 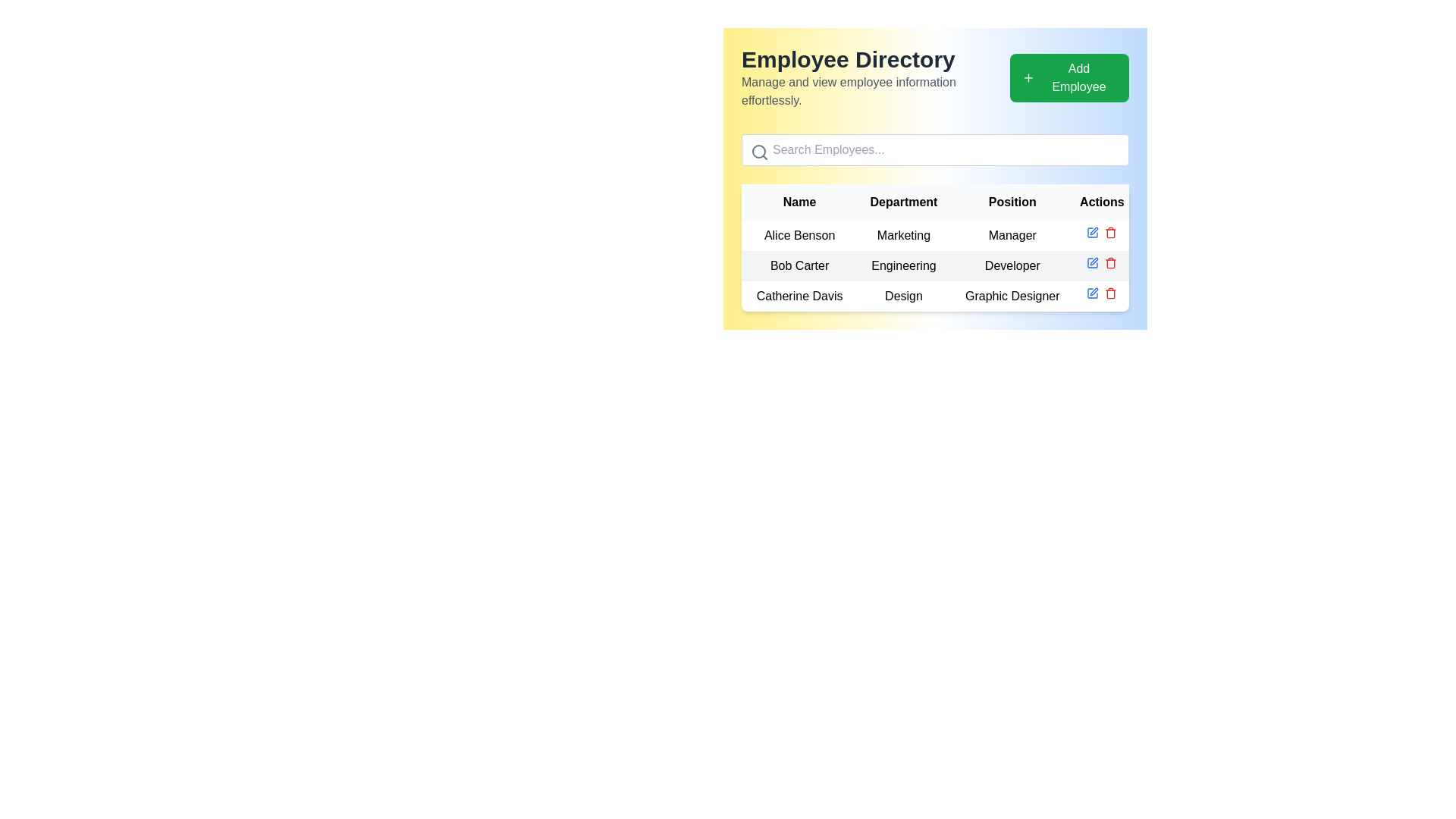 I want to click on the text label 'Design' located in the third row and second column of the table under the 'Department' column, aligned with 'Catherine Davis', so click(x=903, y=296).